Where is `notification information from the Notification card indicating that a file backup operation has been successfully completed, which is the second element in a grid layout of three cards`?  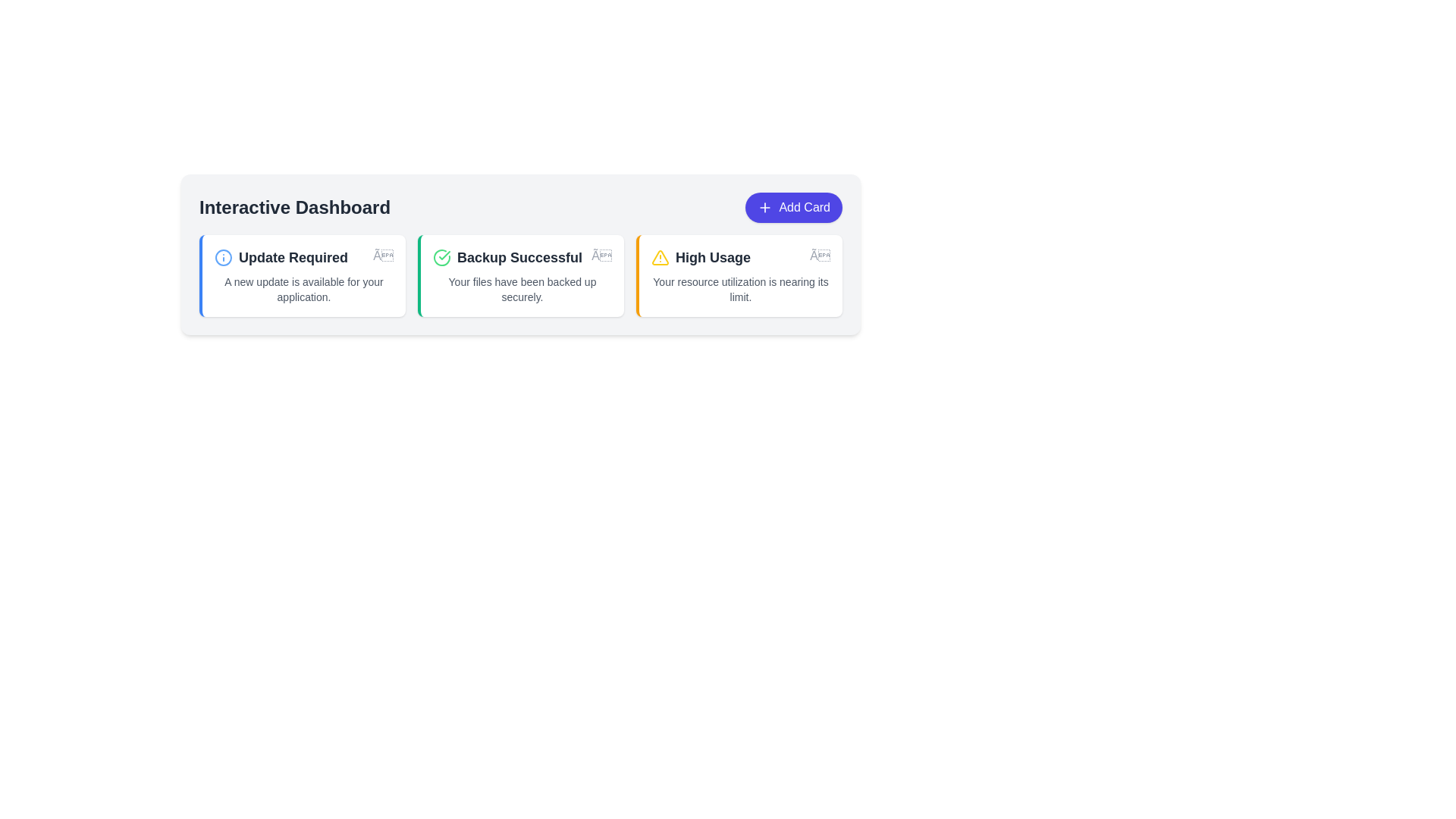
notification information from the Notification card indicating that a file backup operation has been successfully completed, which is the second element in a grid layout of three cards is located at coordinates (520, 275).